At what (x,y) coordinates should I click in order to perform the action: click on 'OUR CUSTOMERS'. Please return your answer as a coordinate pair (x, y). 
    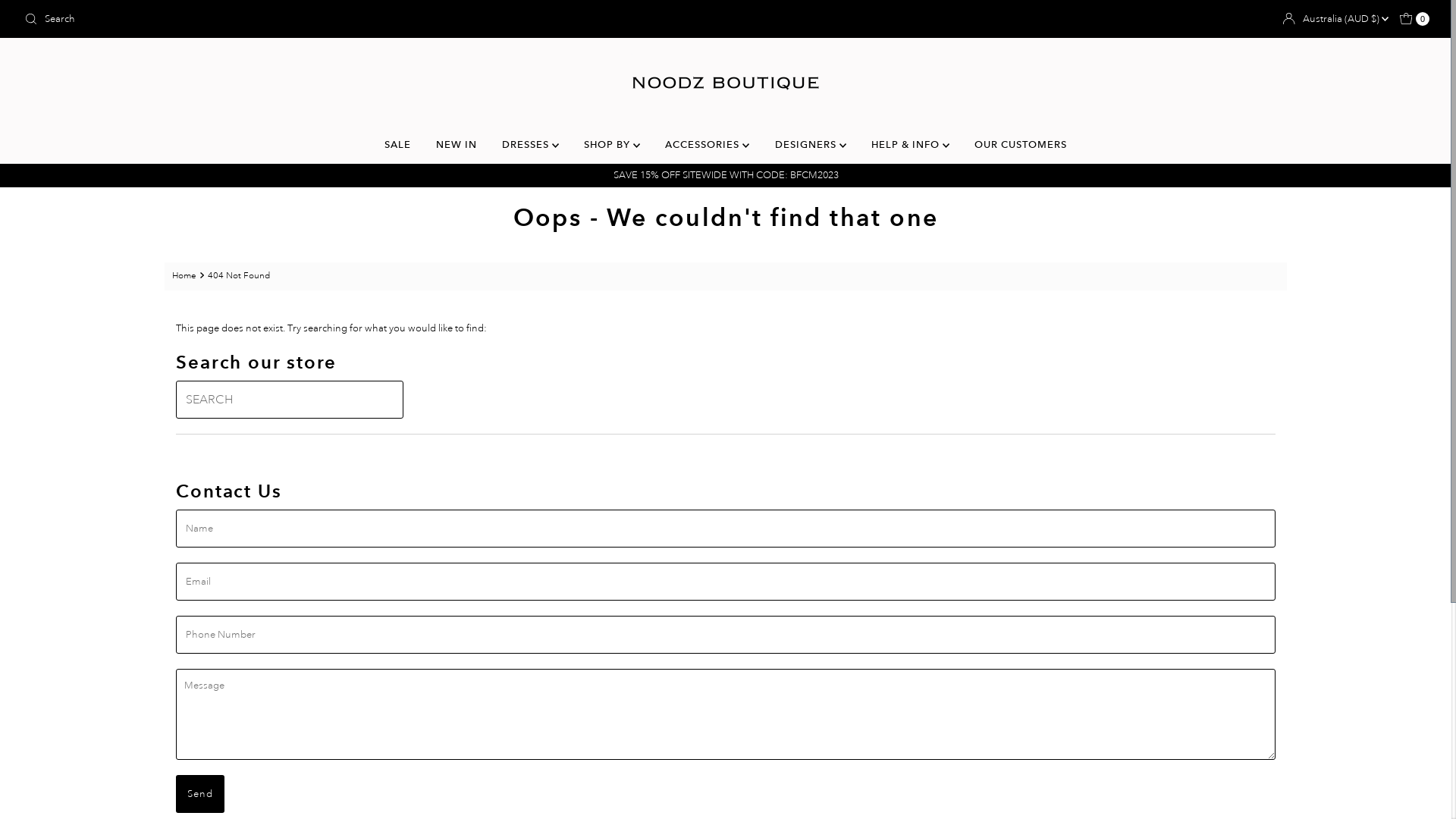
    Looking at the image, I should click on (1020, 145).